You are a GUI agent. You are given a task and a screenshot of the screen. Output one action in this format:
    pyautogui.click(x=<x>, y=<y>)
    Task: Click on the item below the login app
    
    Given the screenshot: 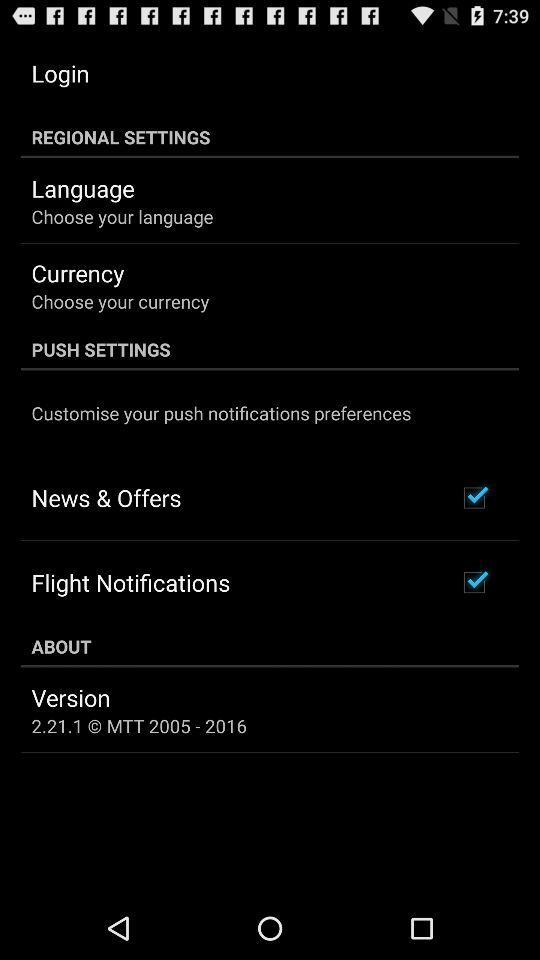 What is the action you would take?
    pyautogui.click(x=270, y=136)
    